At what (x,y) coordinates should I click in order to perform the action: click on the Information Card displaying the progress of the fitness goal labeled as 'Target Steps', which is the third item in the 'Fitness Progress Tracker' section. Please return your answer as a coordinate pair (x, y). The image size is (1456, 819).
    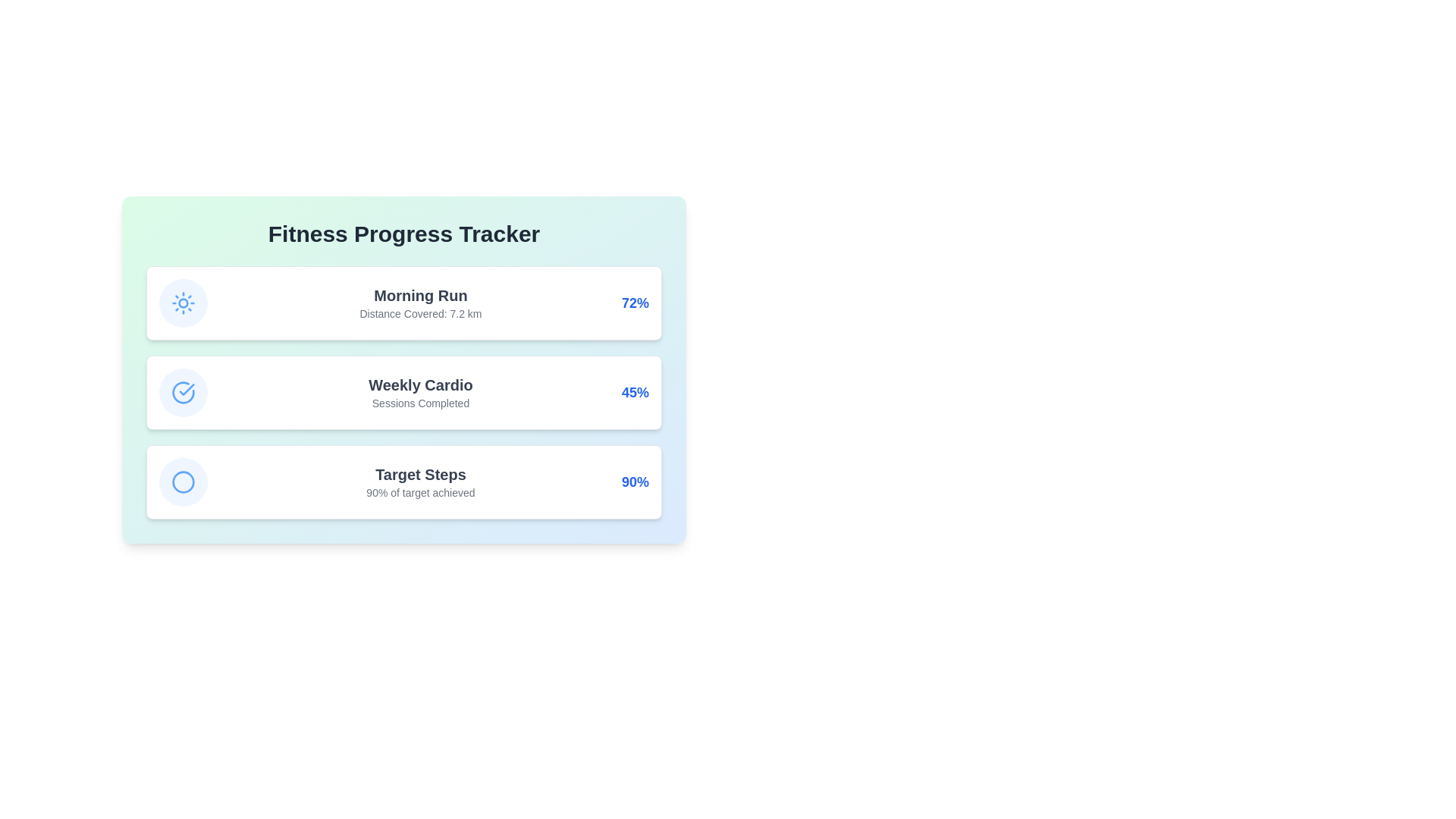
    Looking at the image, I should click on (403, 482).